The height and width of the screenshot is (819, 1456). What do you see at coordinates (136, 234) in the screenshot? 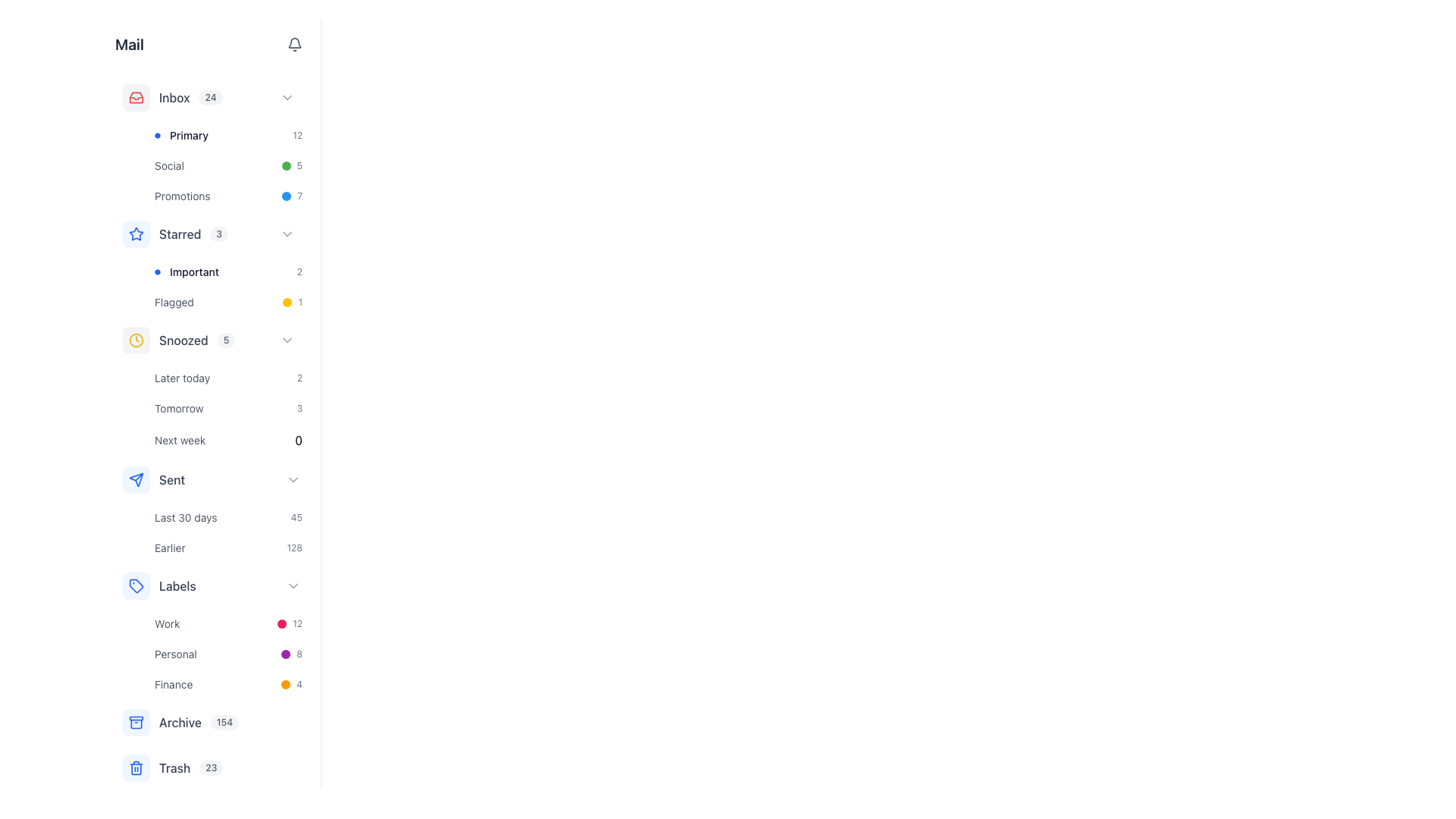
I see `the star-shaped icon with a blue outline located in the sidebar navigation menu, next to the 'Starred' label` at bounding box center [136, 234].